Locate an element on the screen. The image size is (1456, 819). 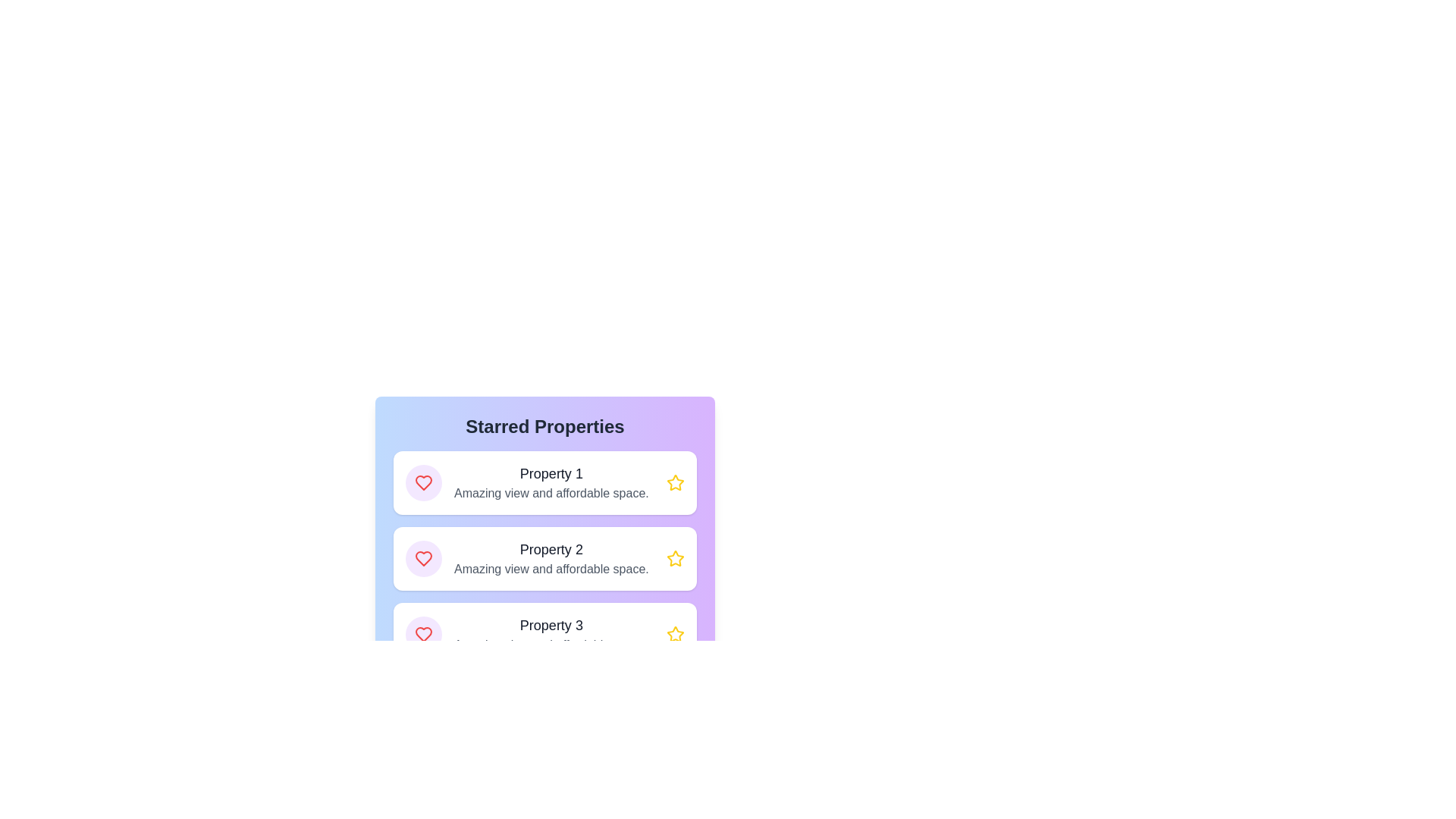
the property listing summary element located below 'Property 1' and above 'Property 3' in the vertically arranged list of properties is located at coordinates (527, 558).